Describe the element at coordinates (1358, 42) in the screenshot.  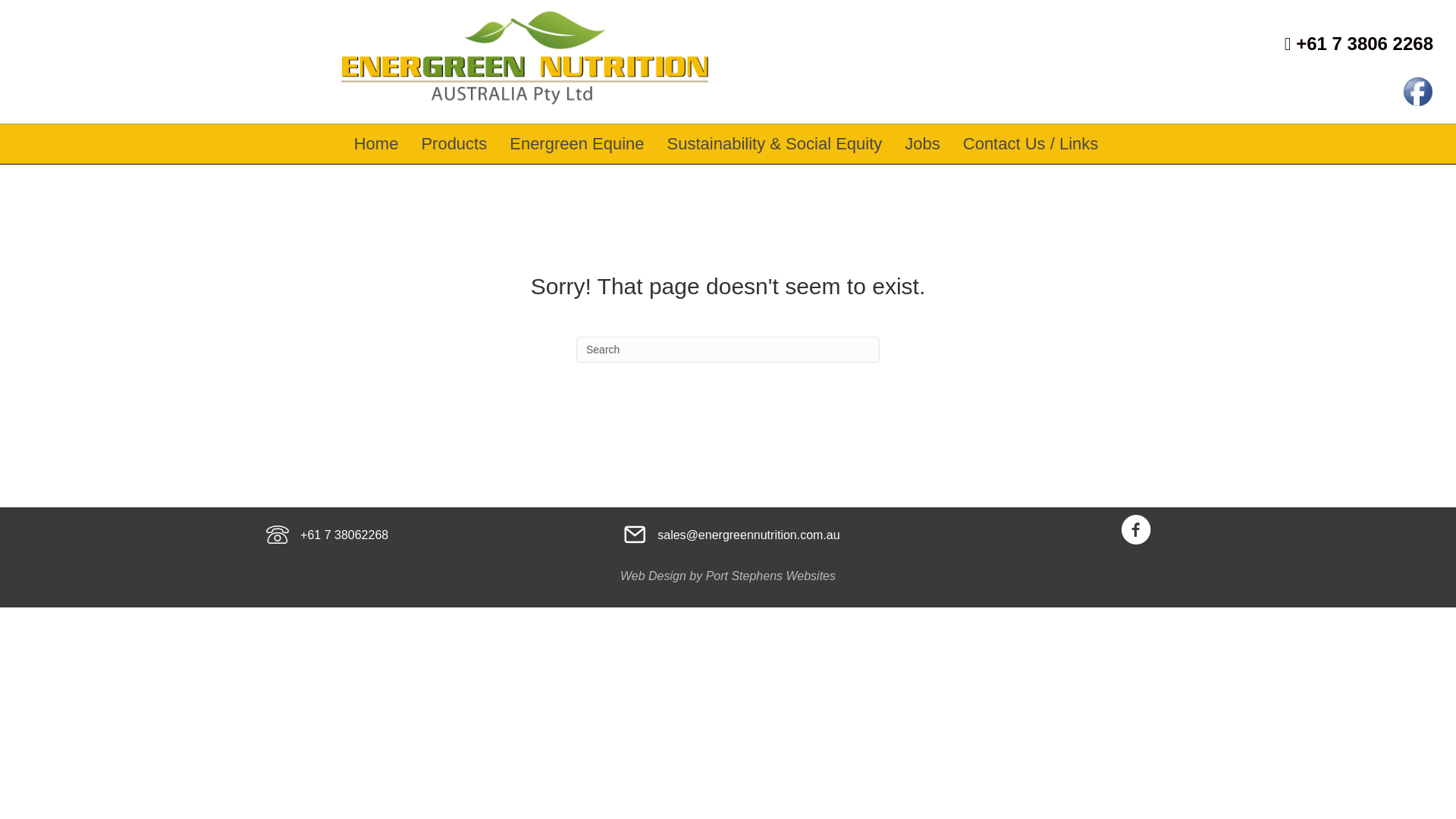
I see `'+61 7 3806 2268'` at that location.